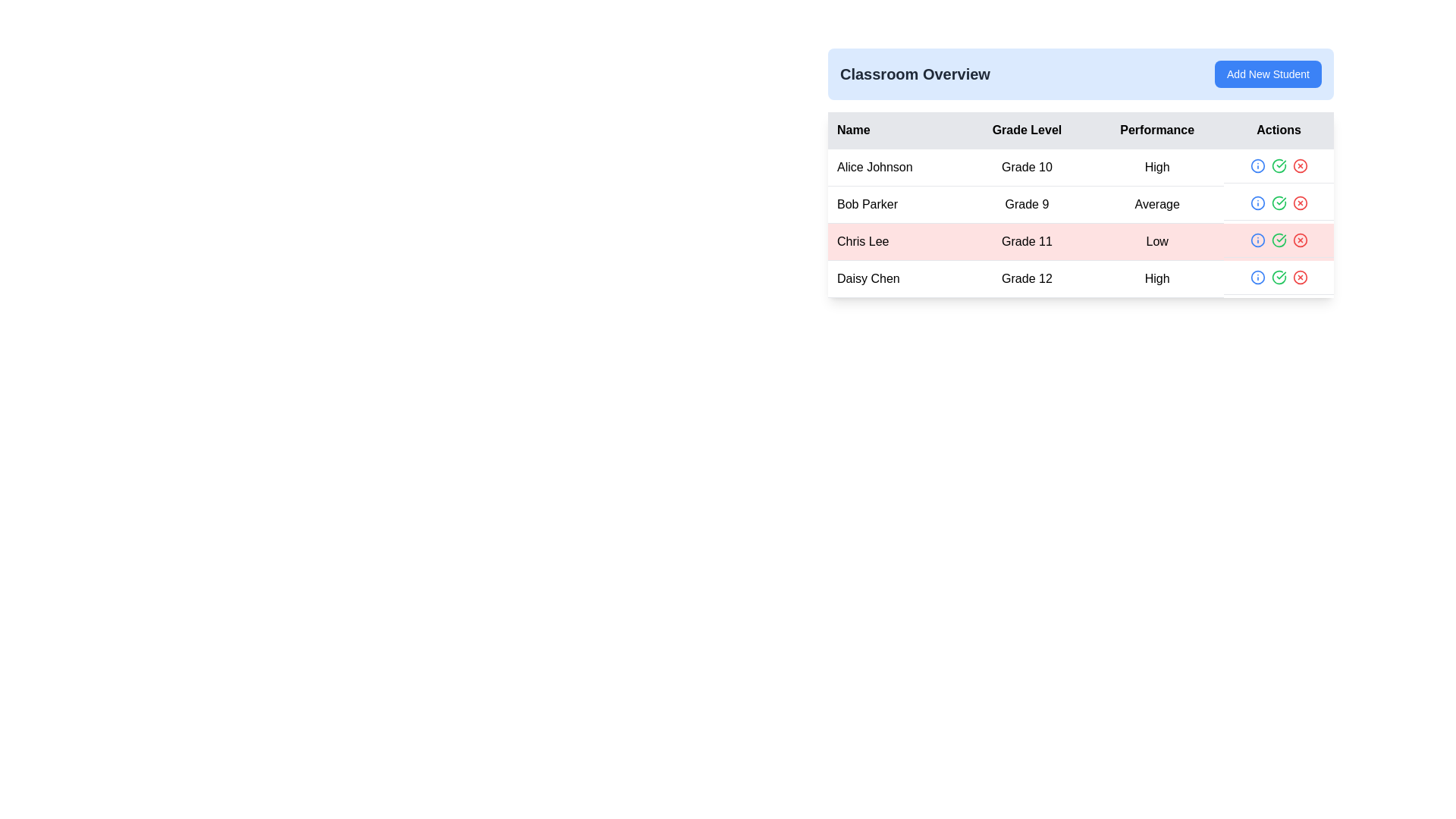  Describe the element at coordinates (914, 74) in the screenshot. I see `the Text Label that serves as the title for the interface section, located to the left of the 'Add New Student' button in the blue header block above the table` at that location.